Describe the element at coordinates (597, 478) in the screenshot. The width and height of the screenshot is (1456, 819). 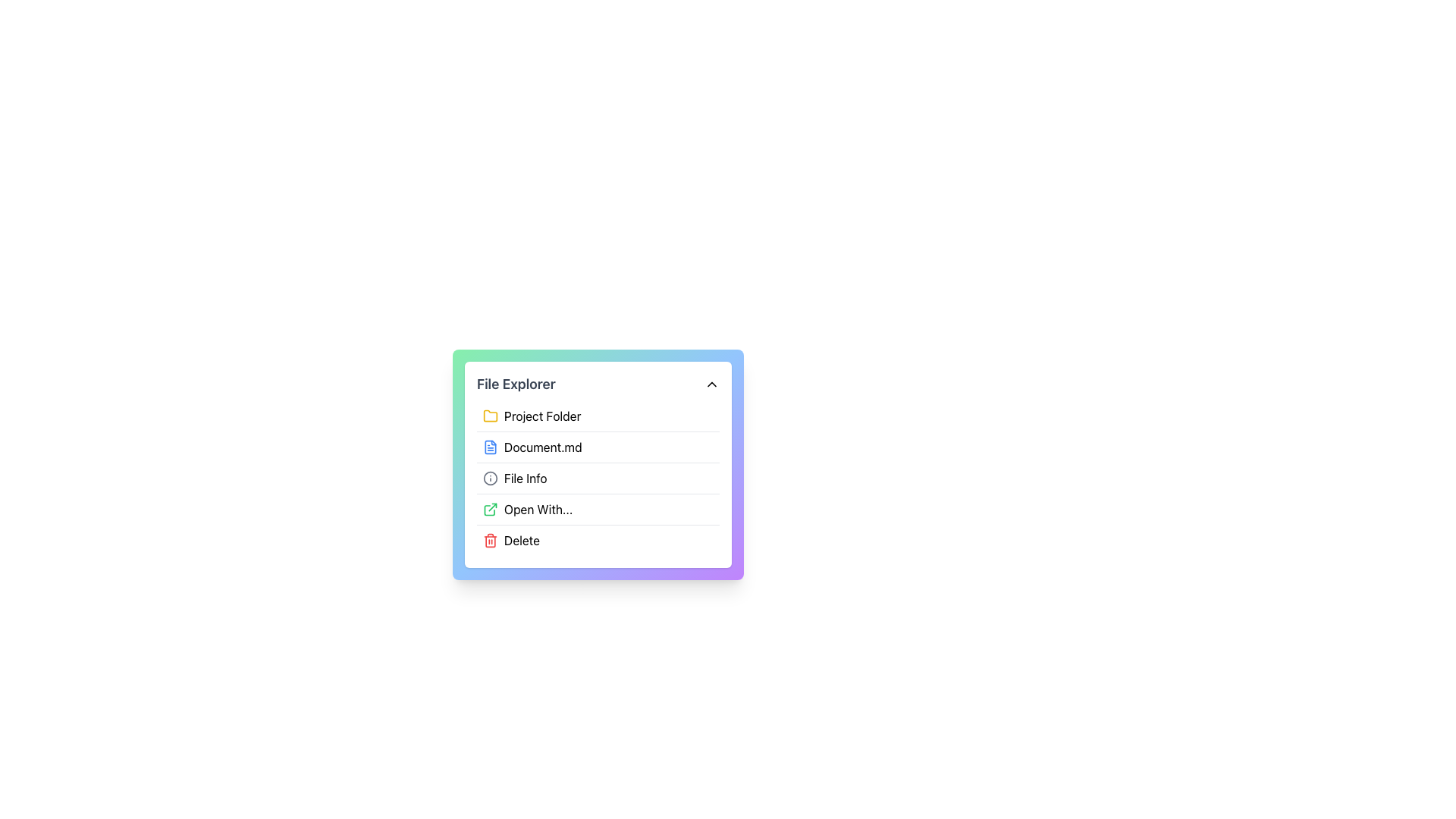
I see `the 'File Info' clickable menu option` at that location.